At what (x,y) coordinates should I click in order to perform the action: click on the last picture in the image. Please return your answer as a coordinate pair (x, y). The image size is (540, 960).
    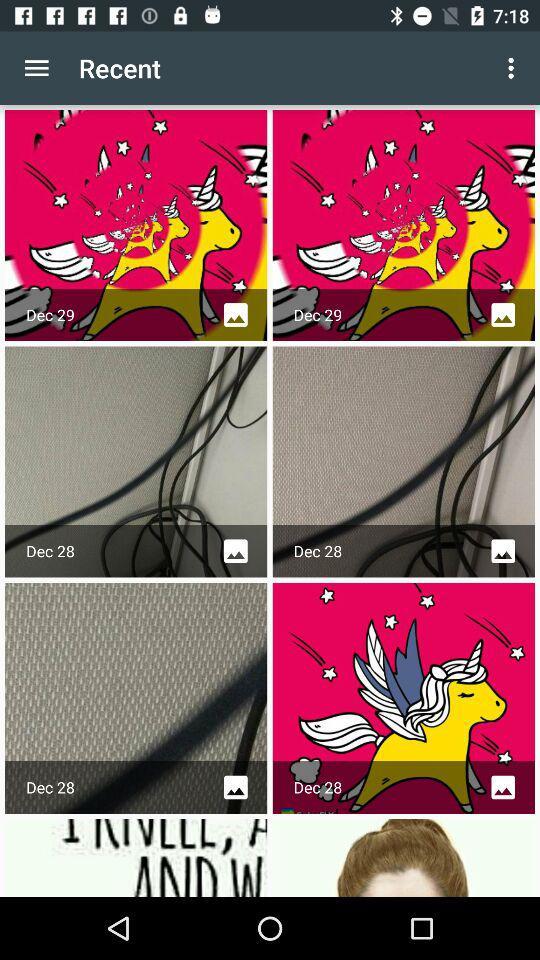
    Looking at the image, I should click on (403, 856).